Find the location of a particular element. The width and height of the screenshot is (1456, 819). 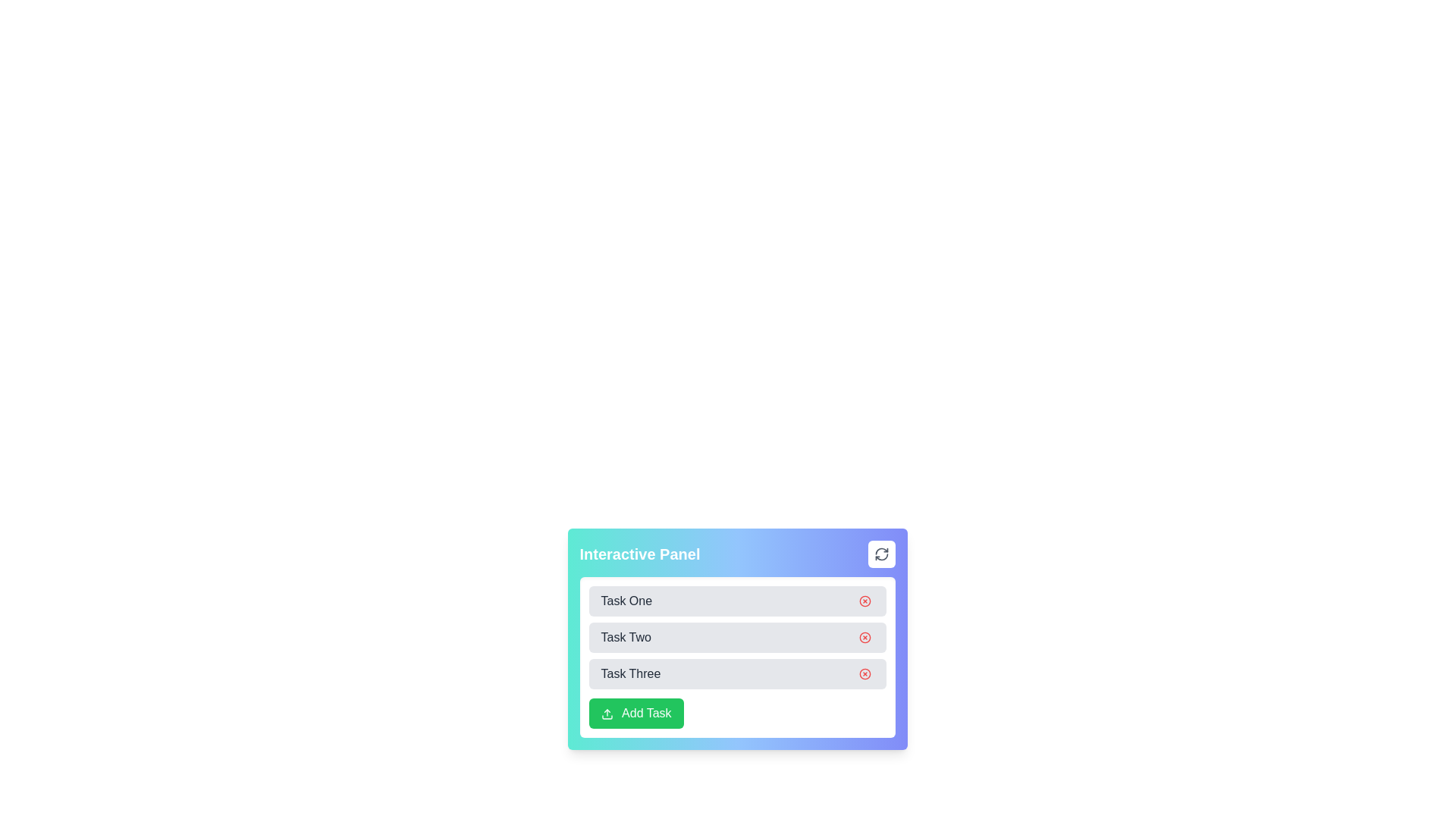

the delete button located on the far-right side of the task labeled 'Task Three' within the Interactive Panel is located at coordinates (864, 673).